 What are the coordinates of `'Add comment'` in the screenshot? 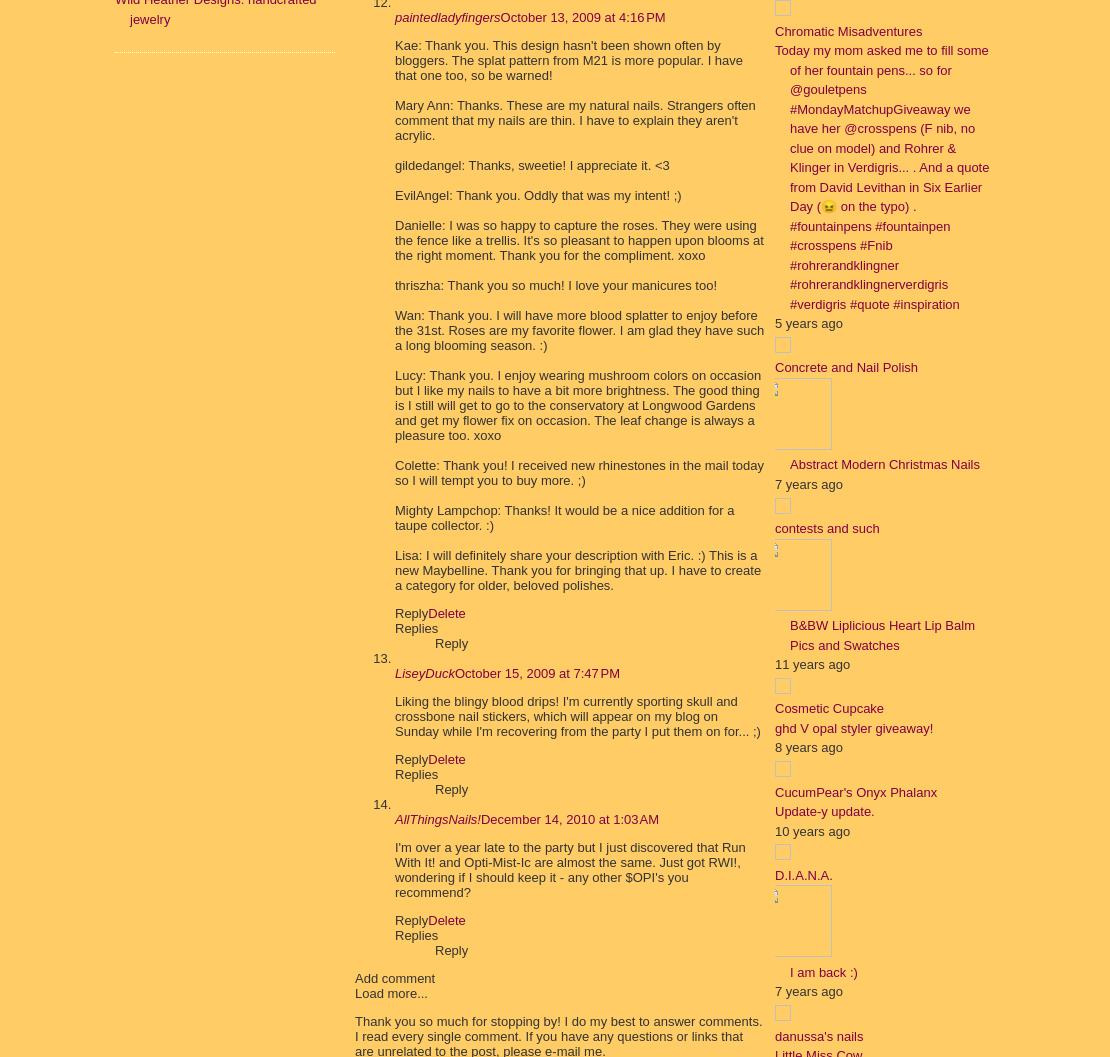 It's located at (394, 978).